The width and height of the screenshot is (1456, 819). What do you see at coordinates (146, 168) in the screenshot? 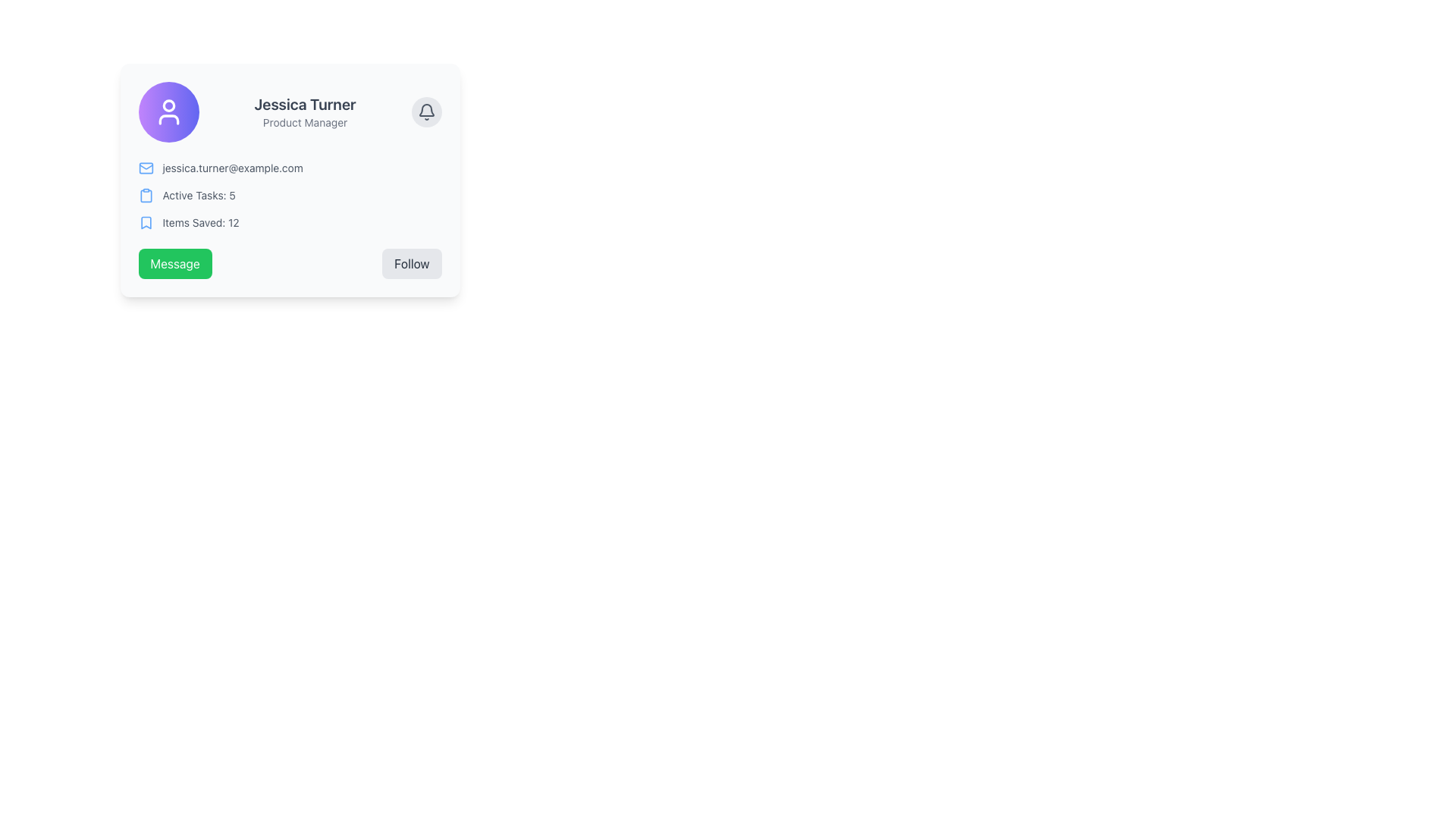
I see `the email icon located to the left of the text 'jessica.turner@example.com', which visually indicates the purpose of the email address` at bounding box center [146, 168].